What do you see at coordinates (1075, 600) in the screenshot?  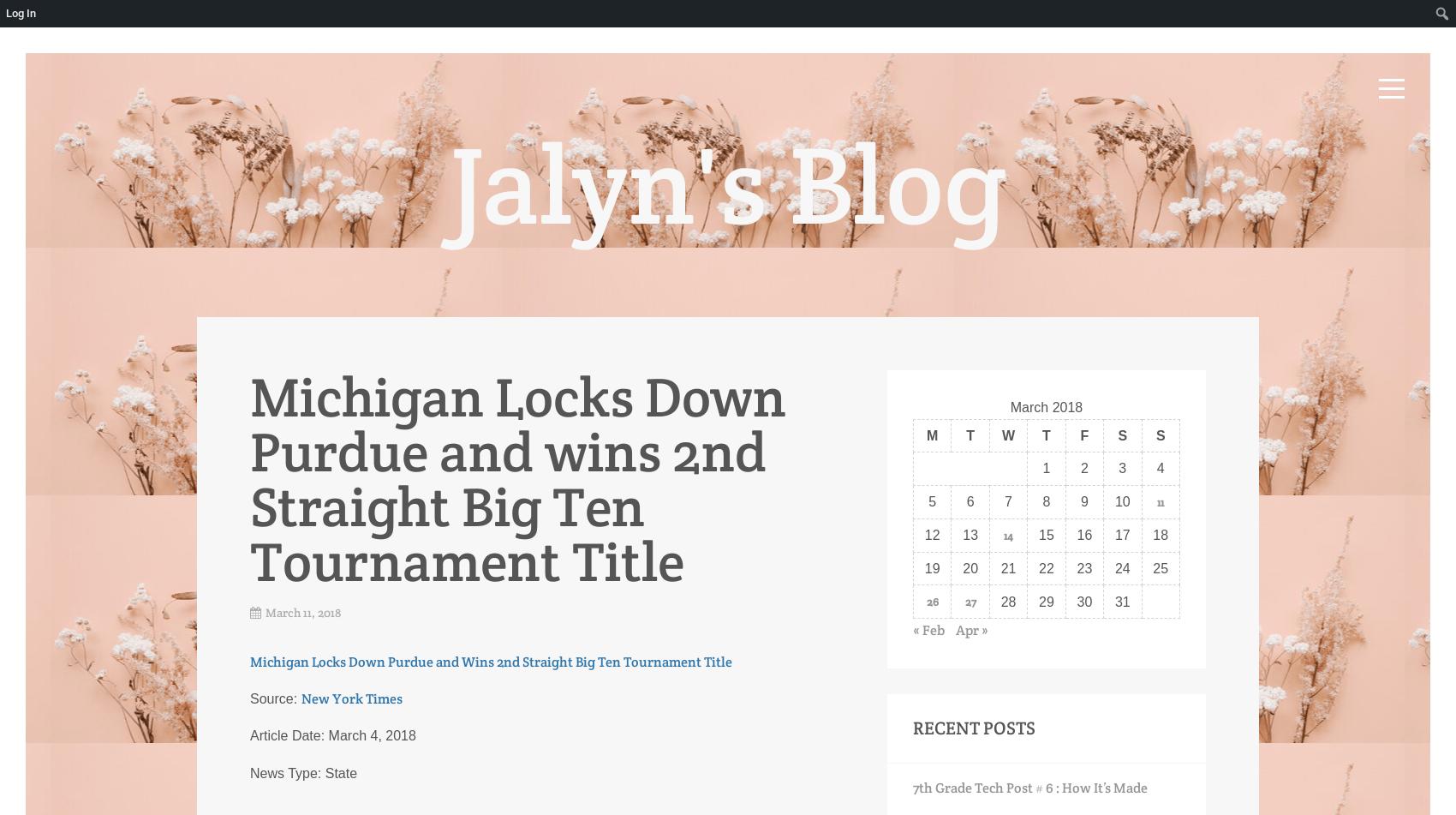 I see `'30'` at bounding box center [1075, 600].